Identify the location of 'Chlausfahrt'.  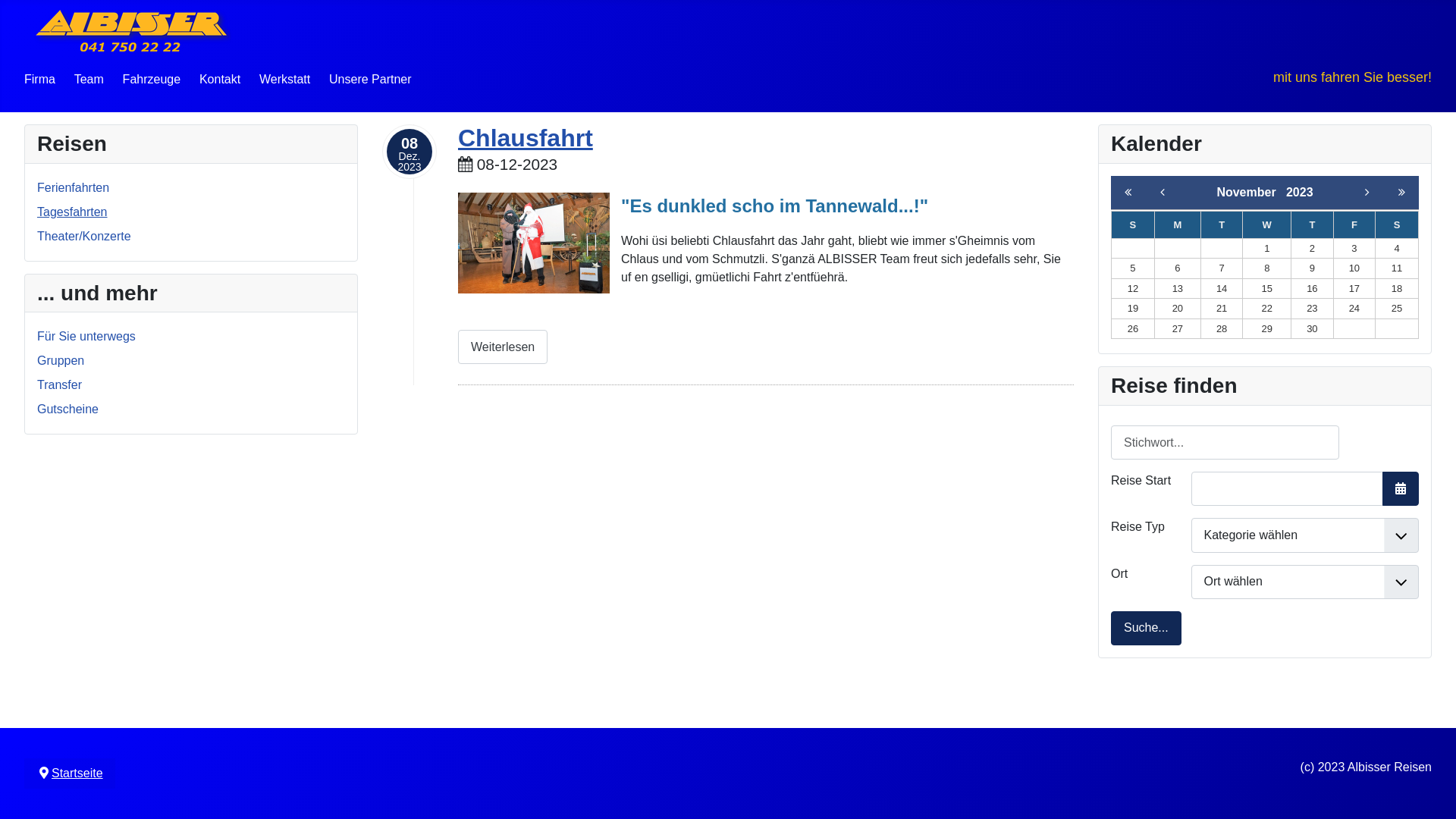
(525, 137).